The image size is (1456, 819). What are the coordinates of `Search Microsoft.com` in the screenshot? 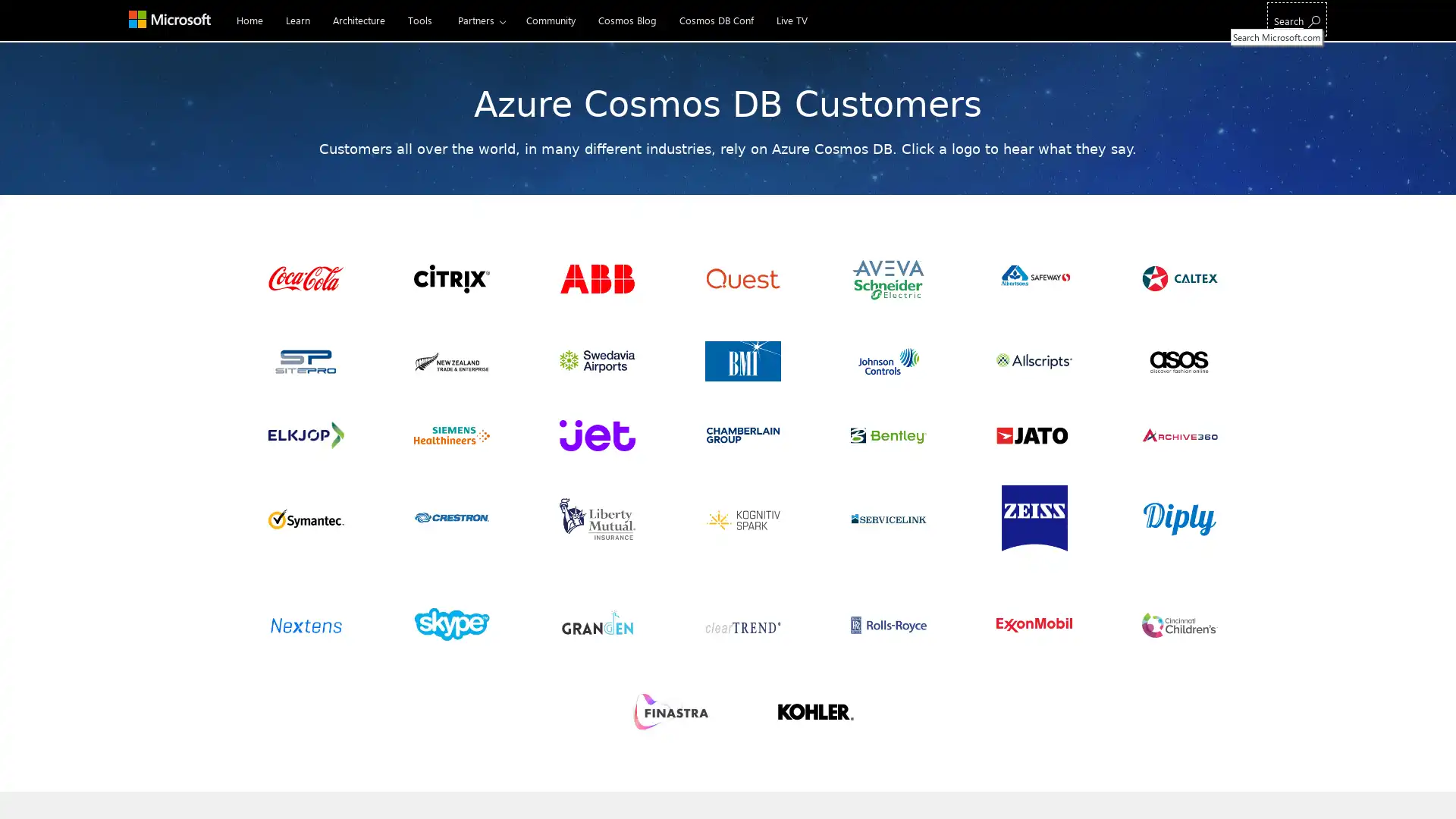 It's located at (1296, 19).